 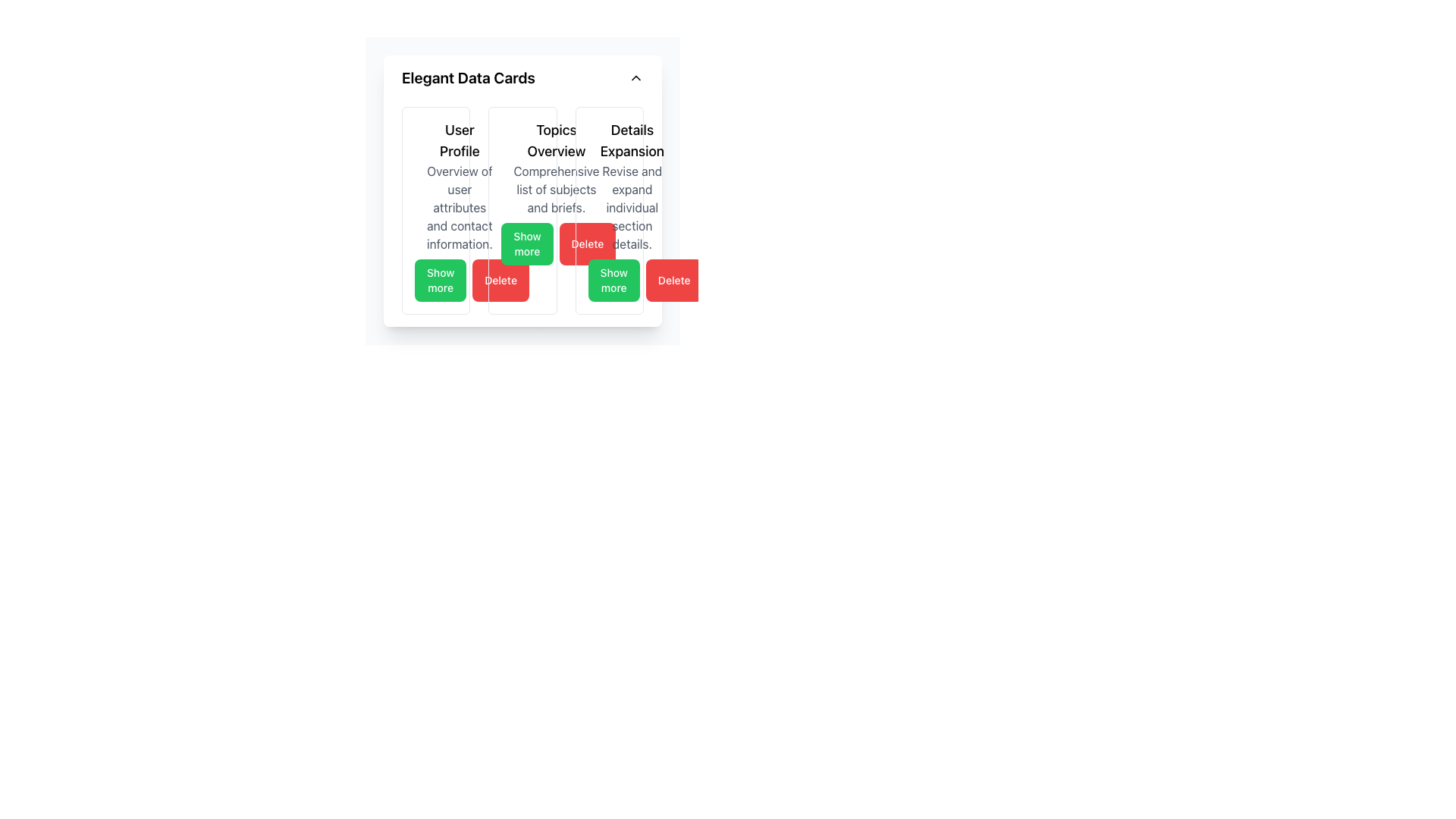 I want to click on the green button labeled 'Show more' located at the bottom right of the 'Details Expansion' card, so click(x=609, y=281).